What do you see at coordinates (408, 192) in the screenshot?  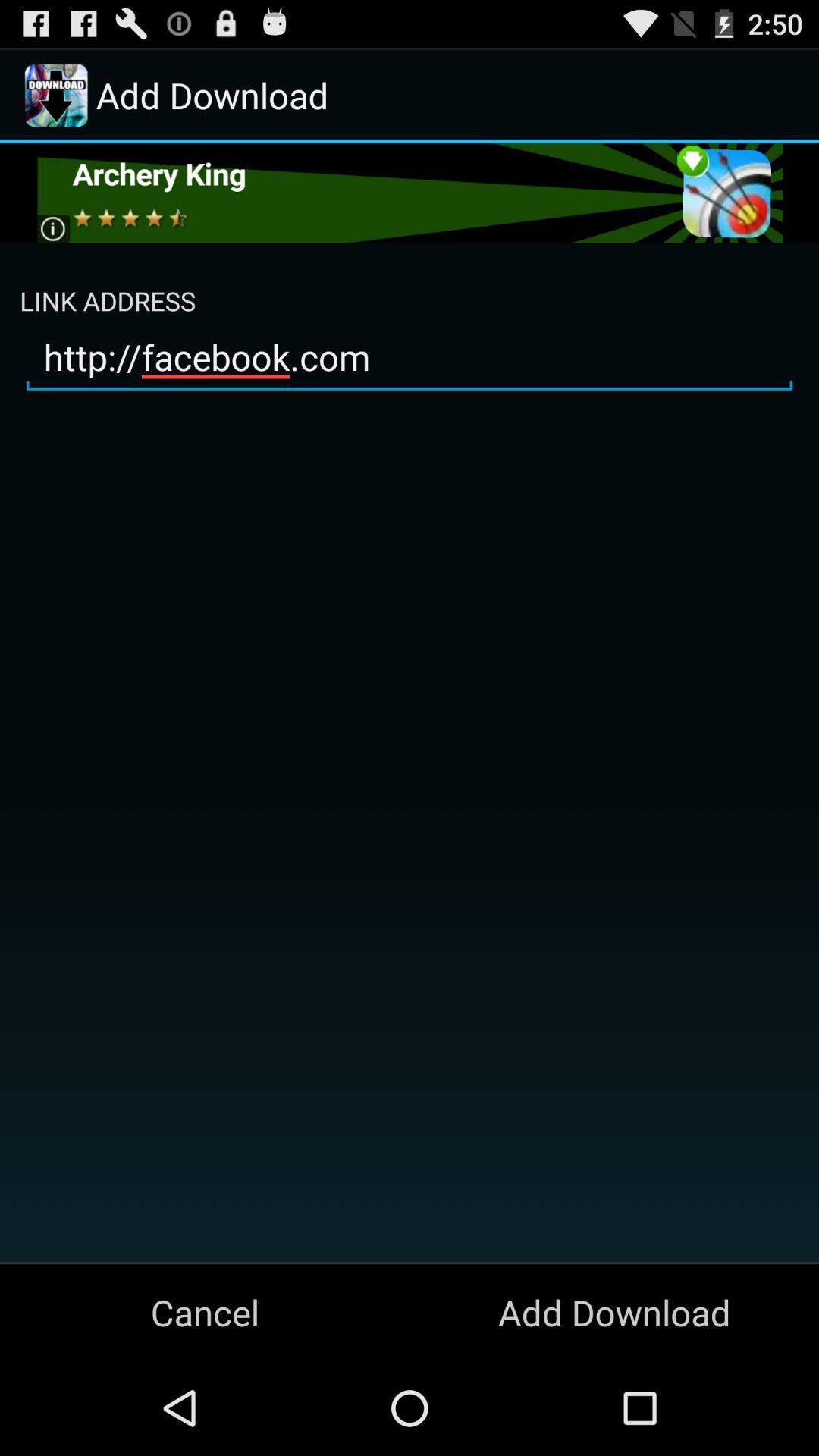 I see `banner advertisement` at bounding box center [408, 192].